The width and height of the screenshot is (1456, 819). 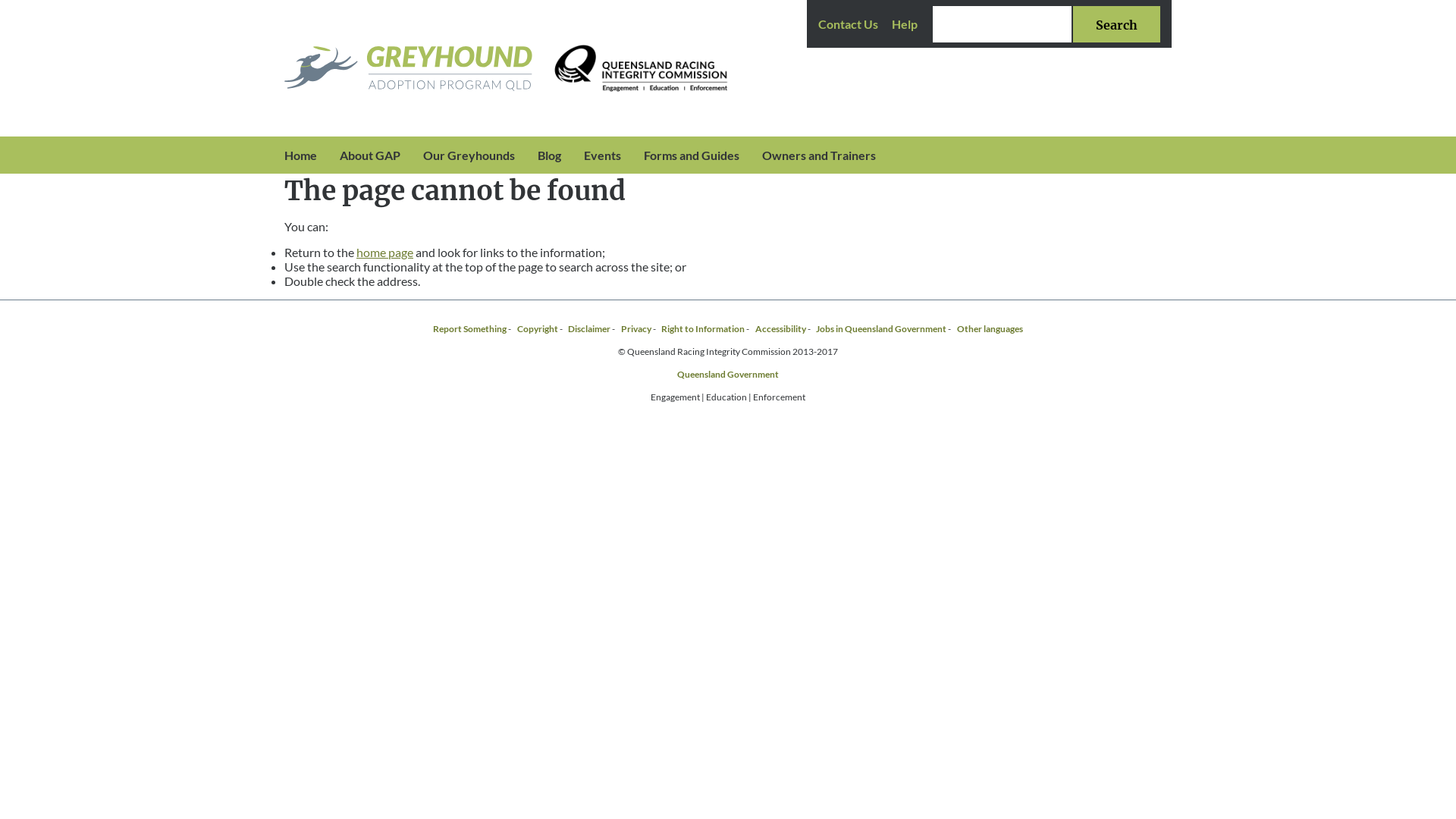 What do you see at coordinates (636, 328) in the screenshot?
I see `'Privacy'` at bounding box center [636, 328].